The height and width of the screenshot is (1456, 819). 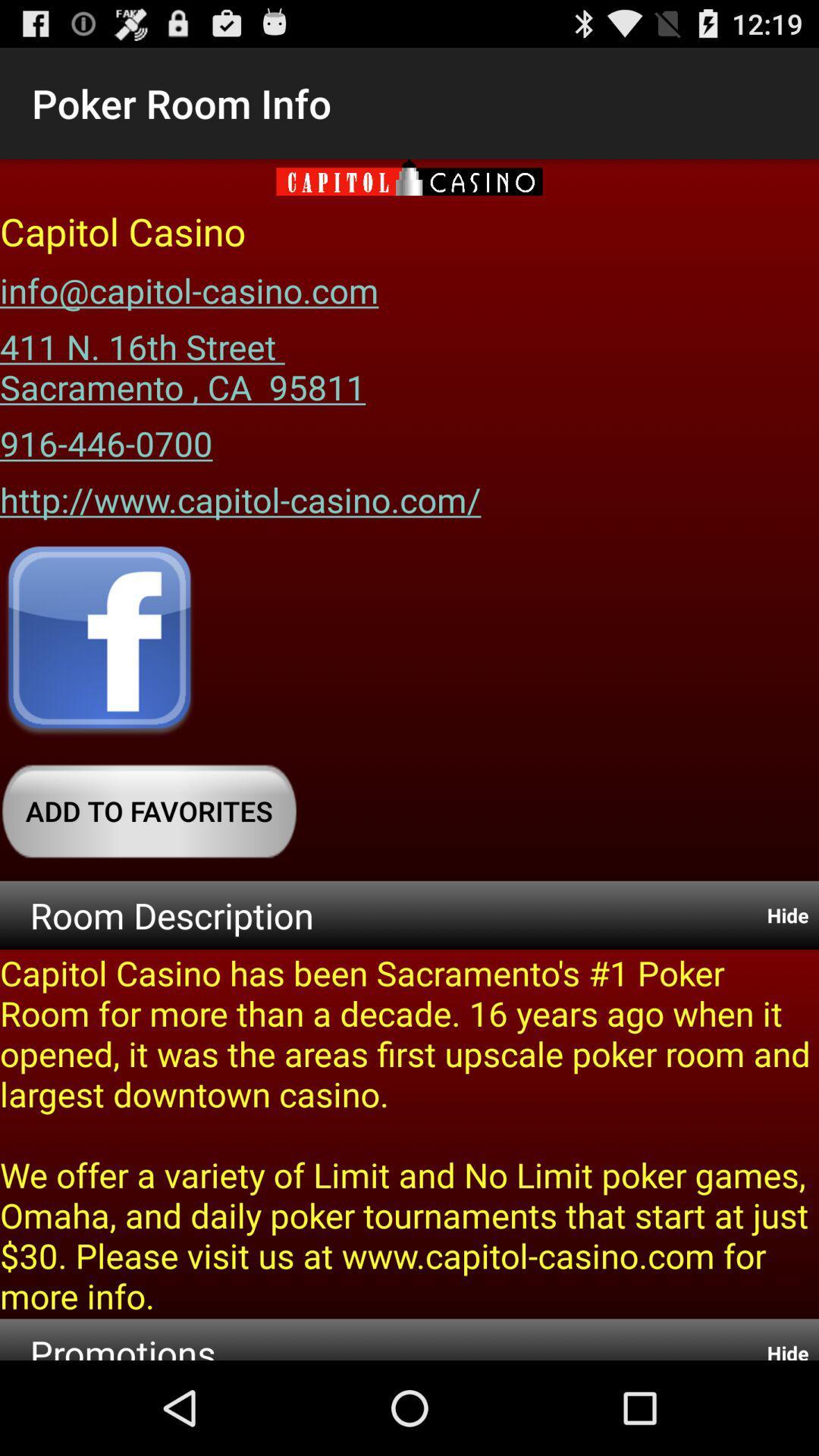 I want to click on the http www capitol item, so click(x=240, y=494).